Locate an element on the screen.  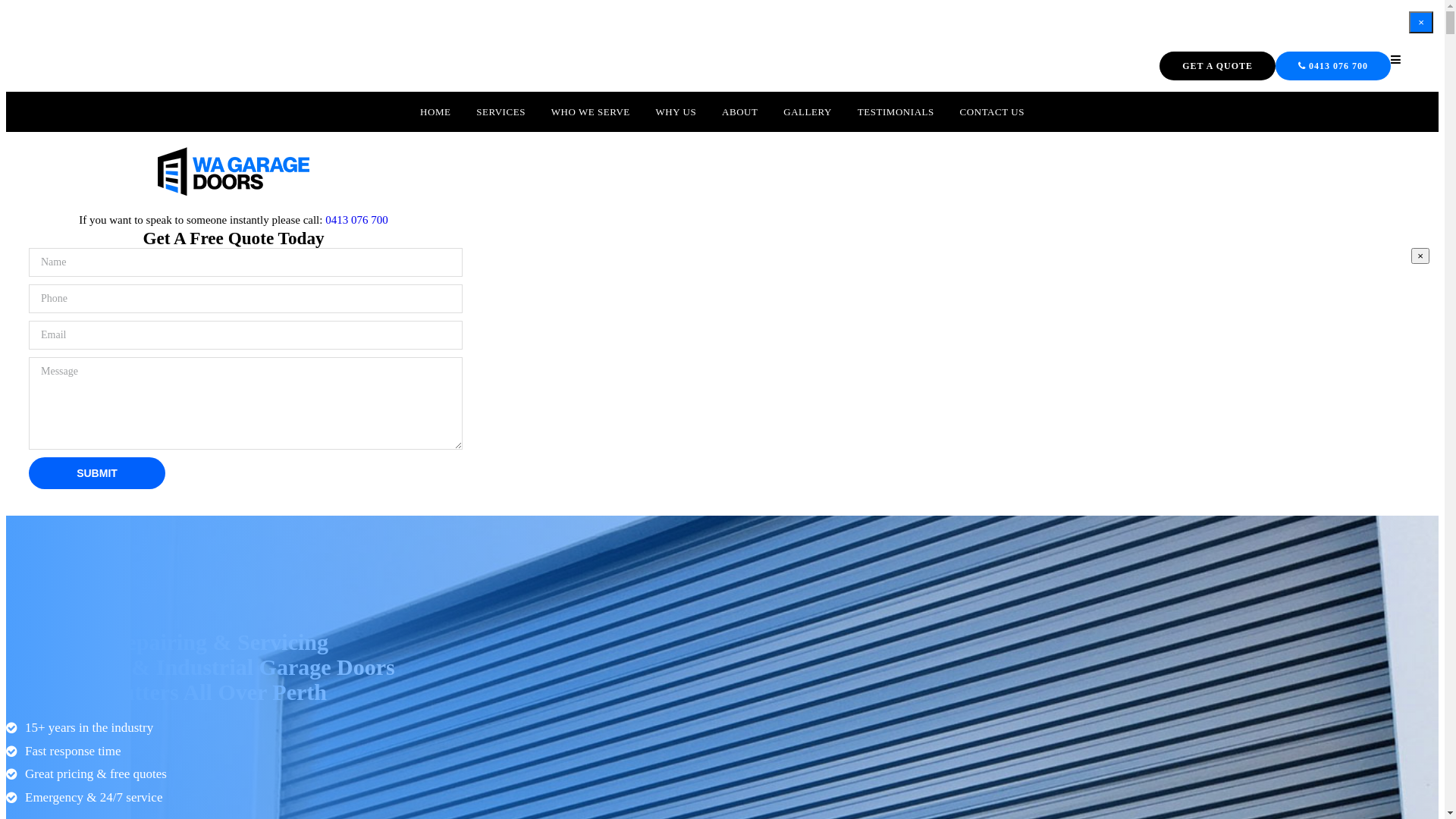
'HOME' is located at coordinates (435, 111).